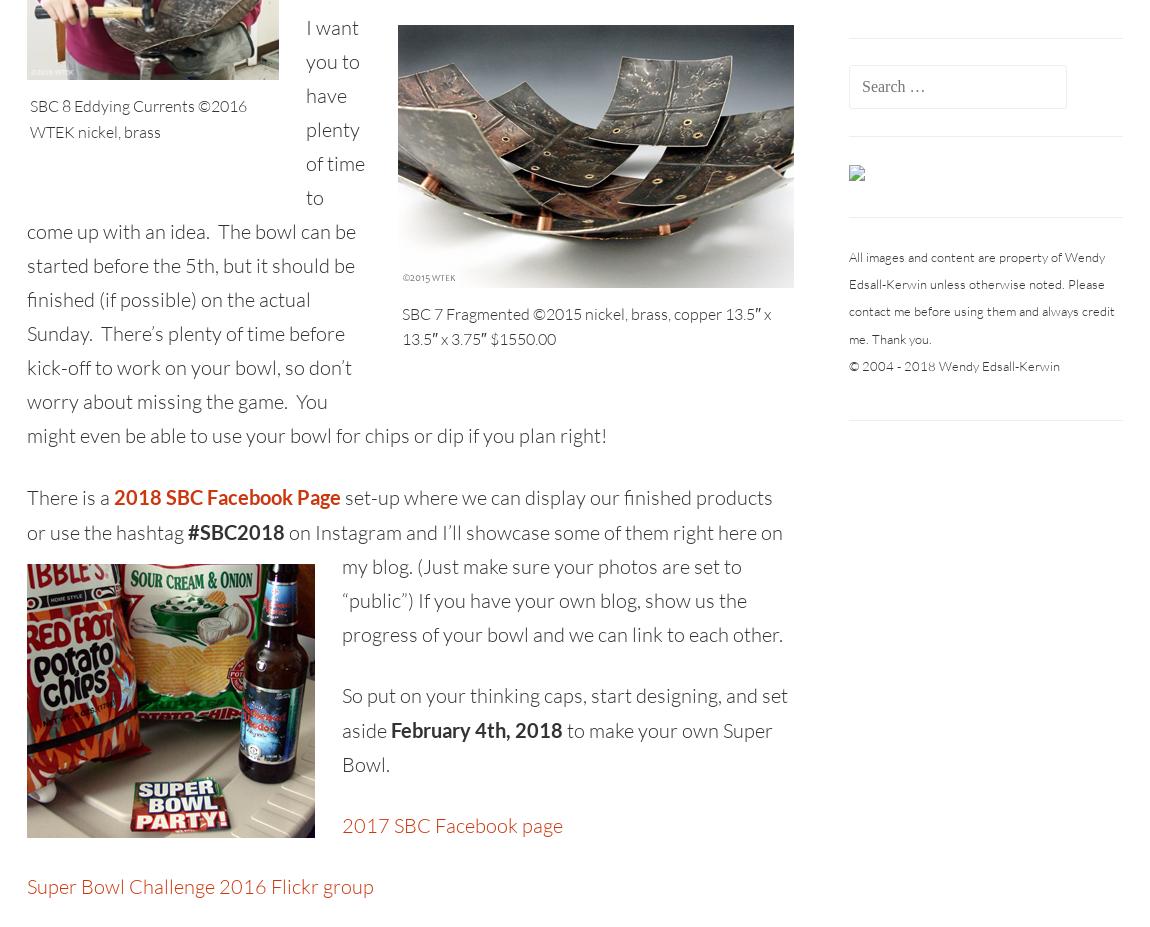  Describe the element at coordinates (342, 825) in the screenshot. I see `'2017 SBC Facebook page'` at that location.